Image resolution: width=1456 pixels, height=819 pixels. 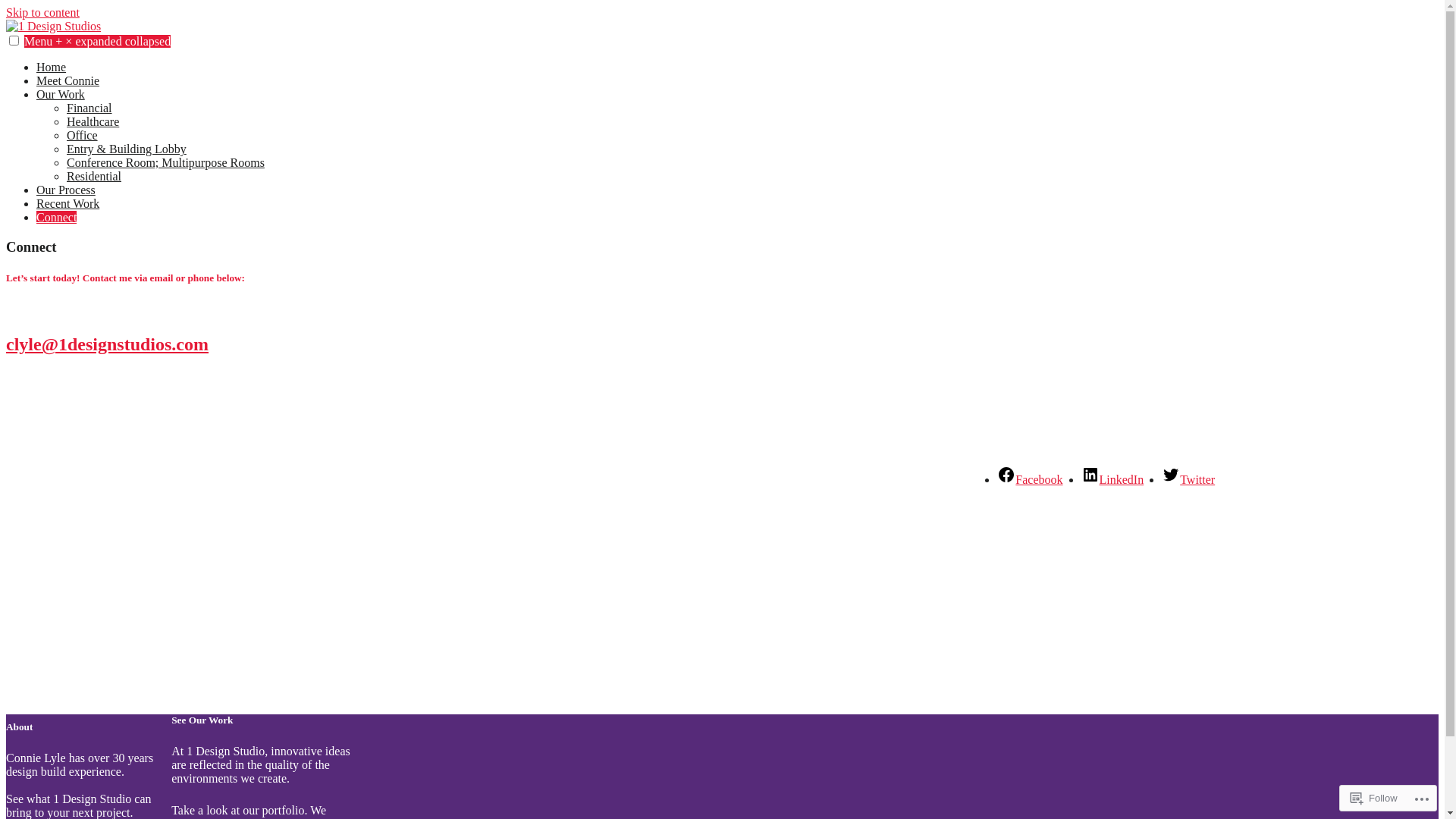 What do you see at coordinates (51, 66) in the screenshot?
I see `'Home'` at bounding box center [51, 66].